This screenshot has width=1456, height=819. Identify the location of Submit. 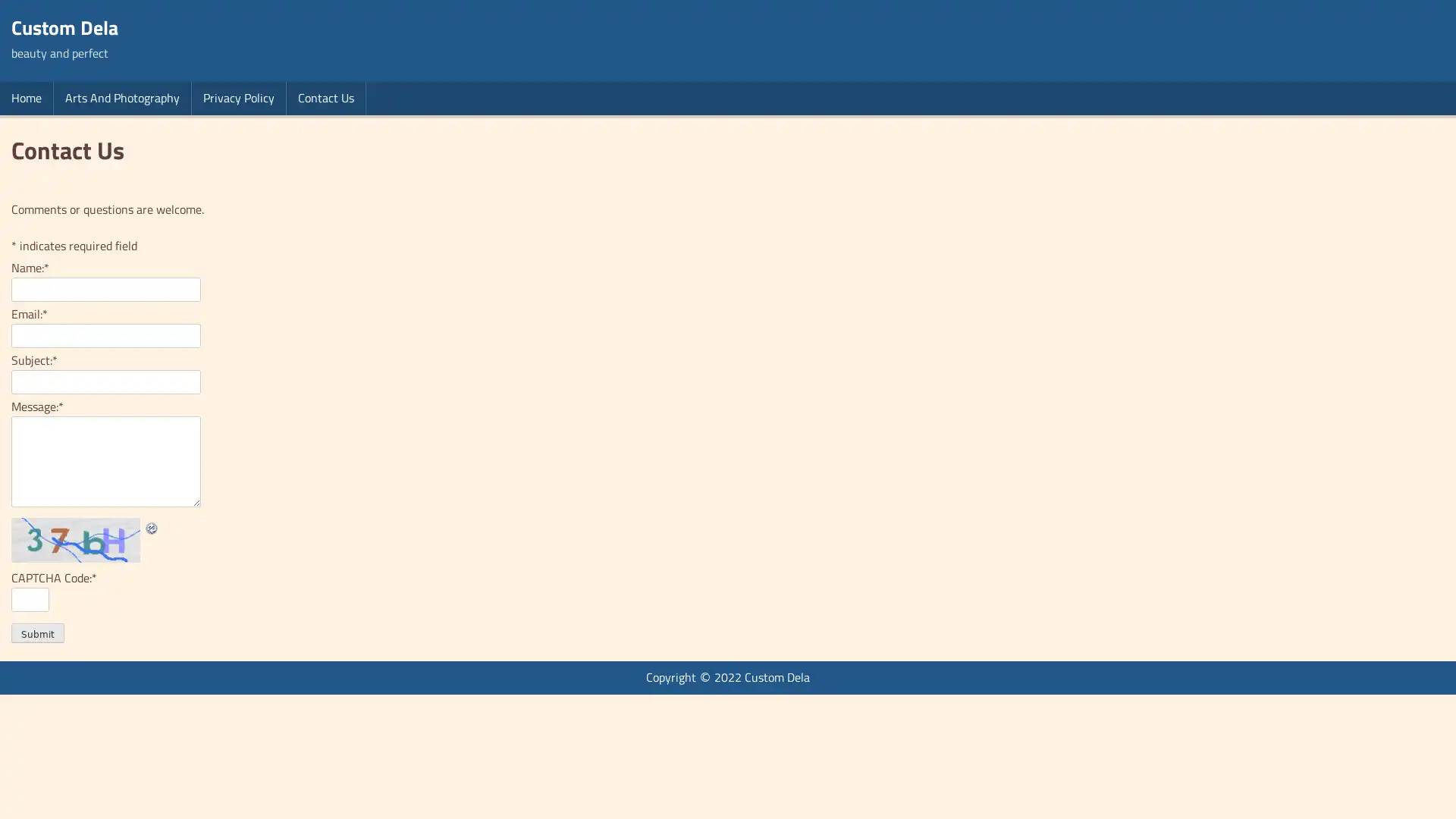
(37, 632).